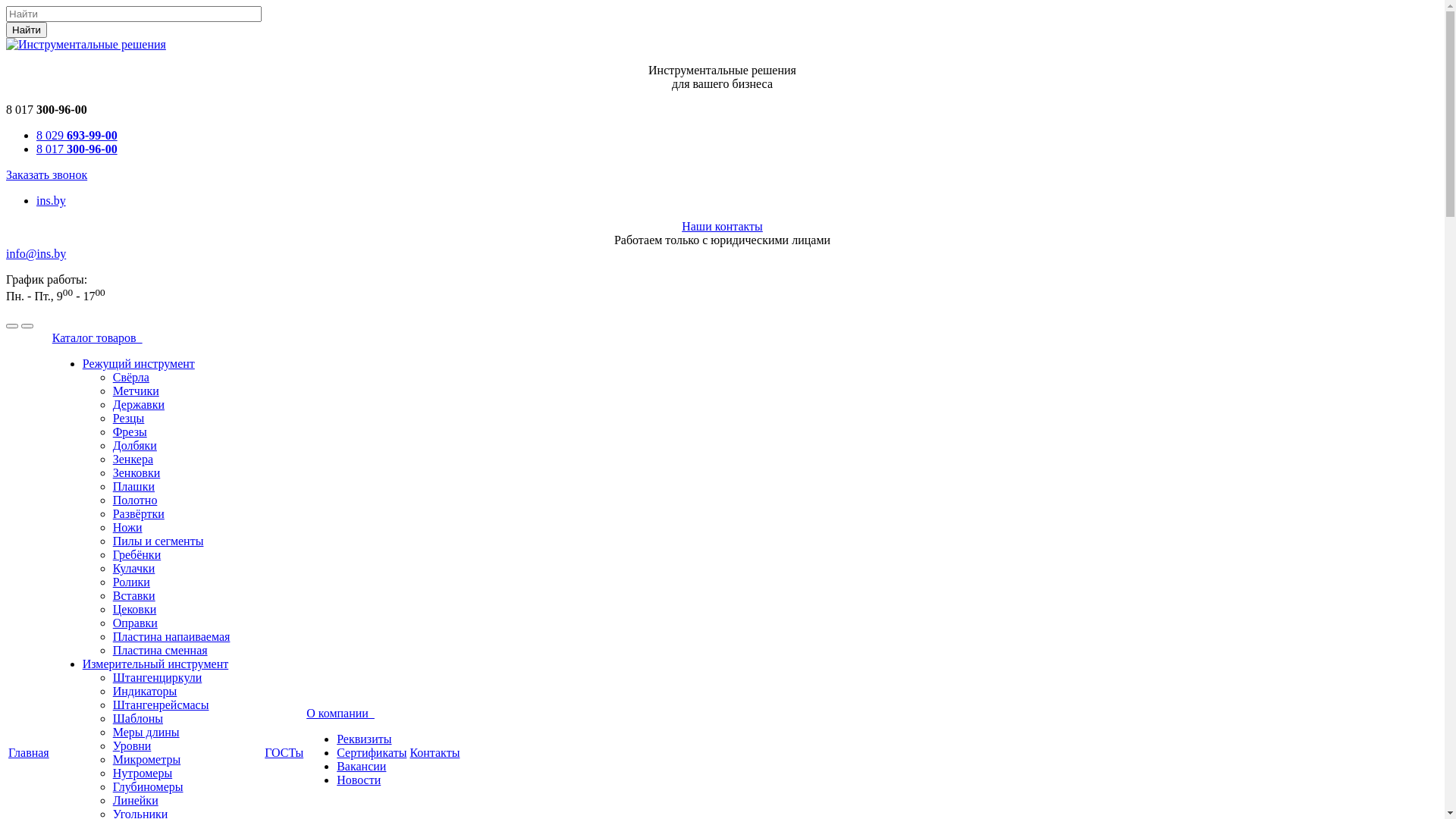 This screenshot has width=1456, height=819. What do you see at coordinates (36, 134) in the screenshot?
I see `'8 029 693-99-00'` at bounding box center [36, 134].